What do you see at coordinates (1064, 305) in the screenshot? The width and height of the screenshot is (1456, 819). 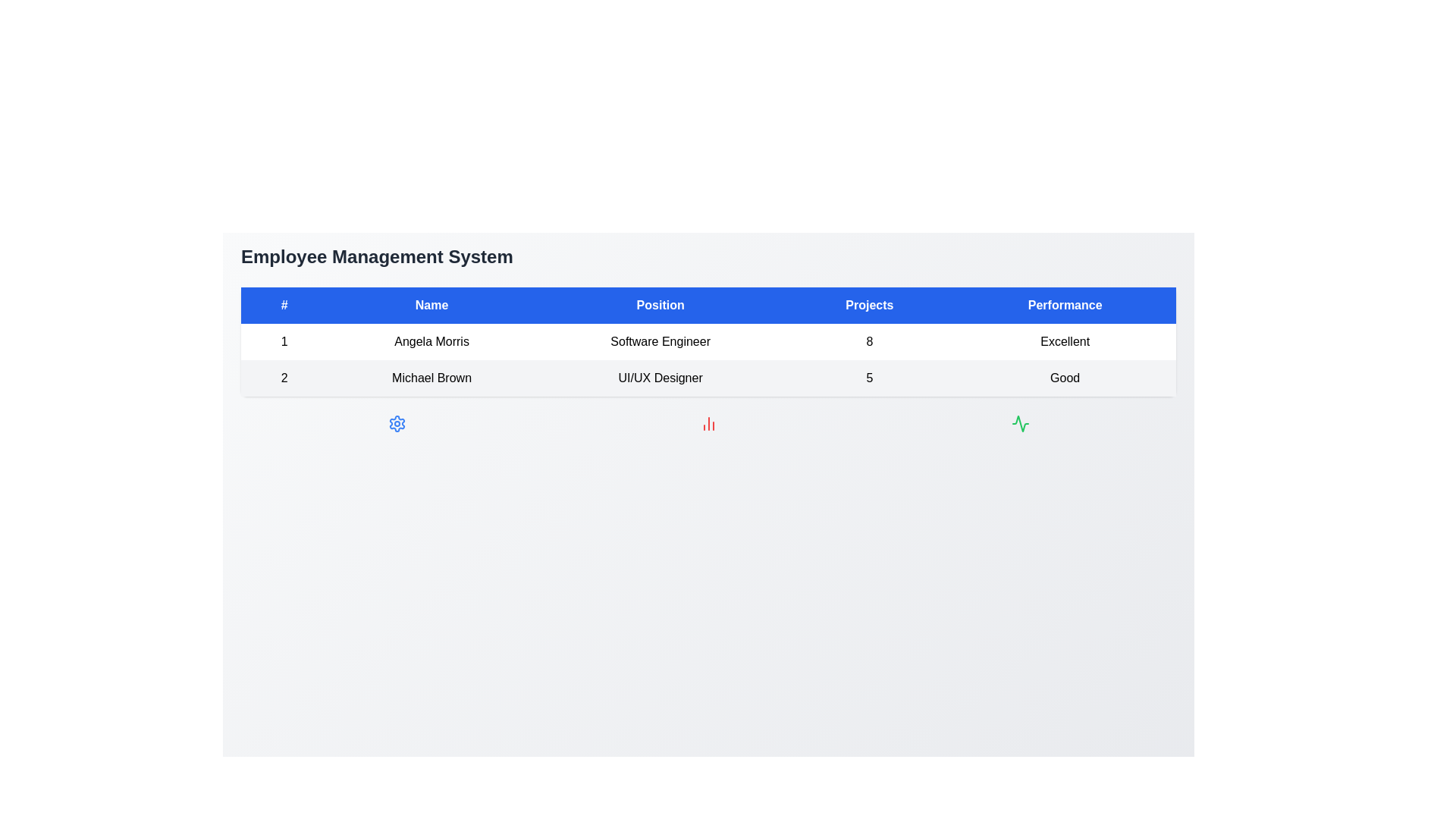 I see `the blue rectangular header labeled 'Performance' in the table, which is the last header in the row and features white text on a solid blue background` at bounding box center [1064, 305].